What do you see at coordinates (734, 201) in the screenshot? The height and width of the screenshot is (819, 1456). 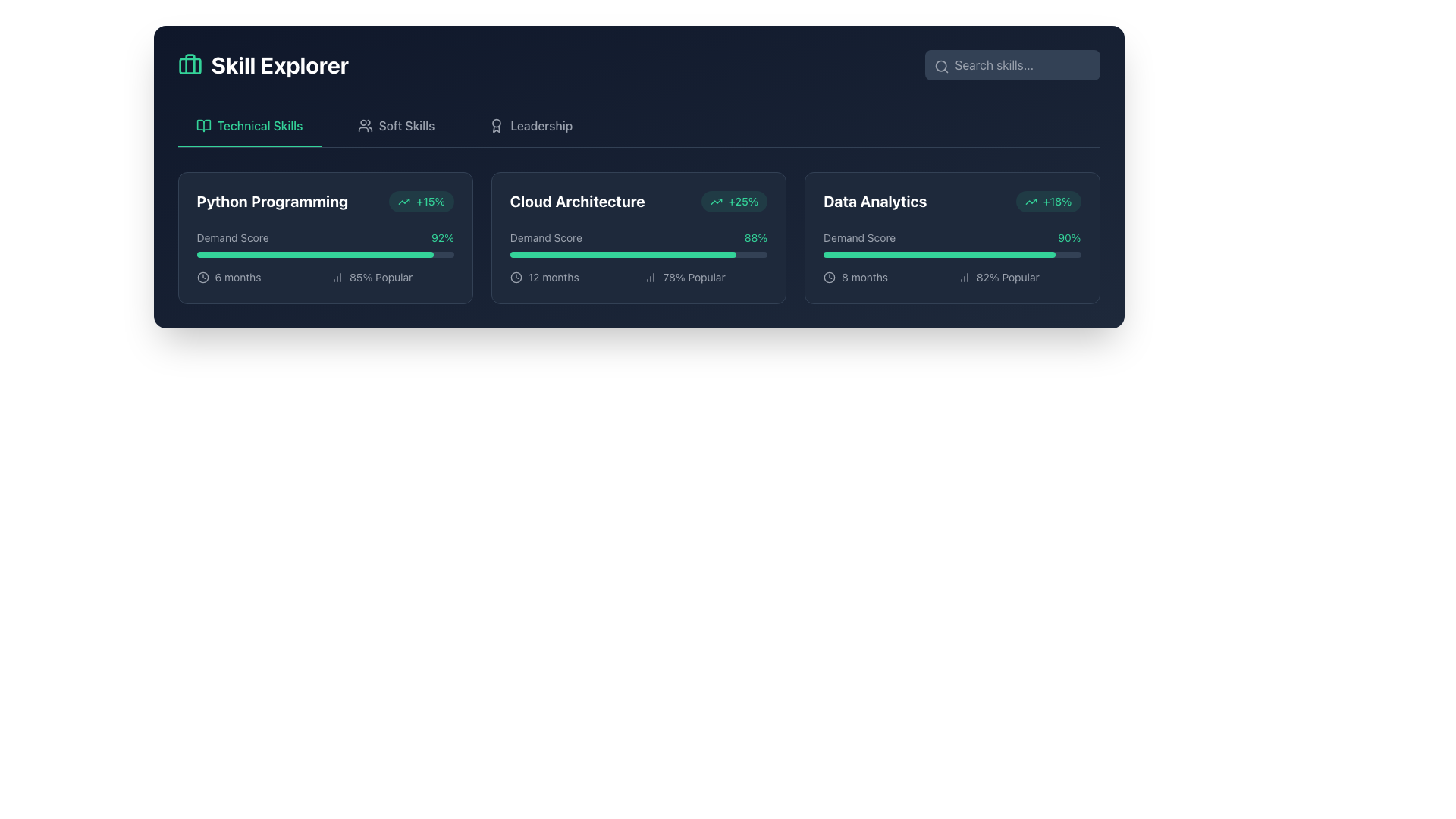 I see `the badge indicating percentage improvement for the 'Cloud Architecture' section located at the top-right corner, aligned with the section title and demand score` at bounding box center [734, 201].